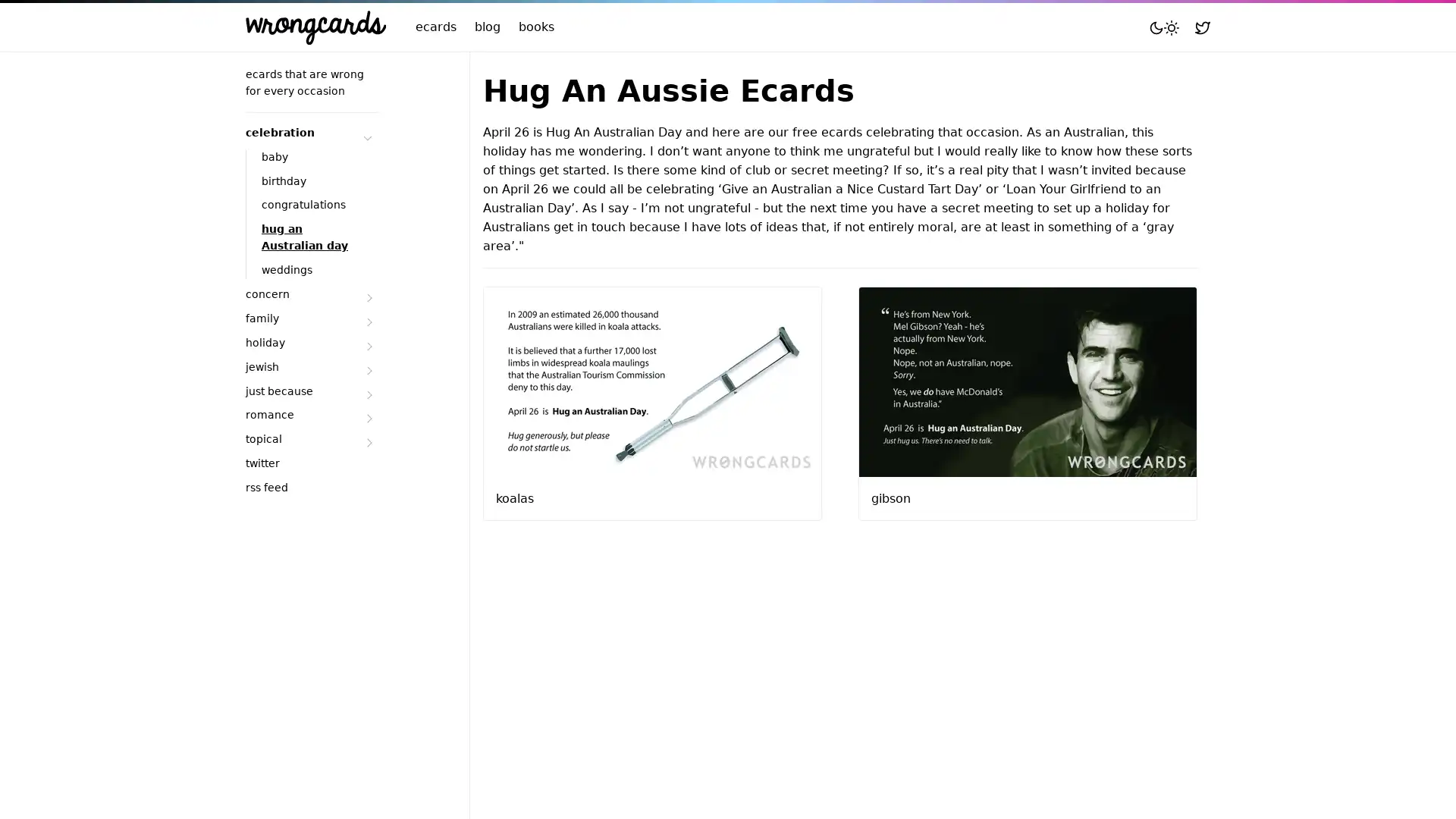 This screenshot has width=1456, height=819. I want to click on Submenu, so click(367, 345).